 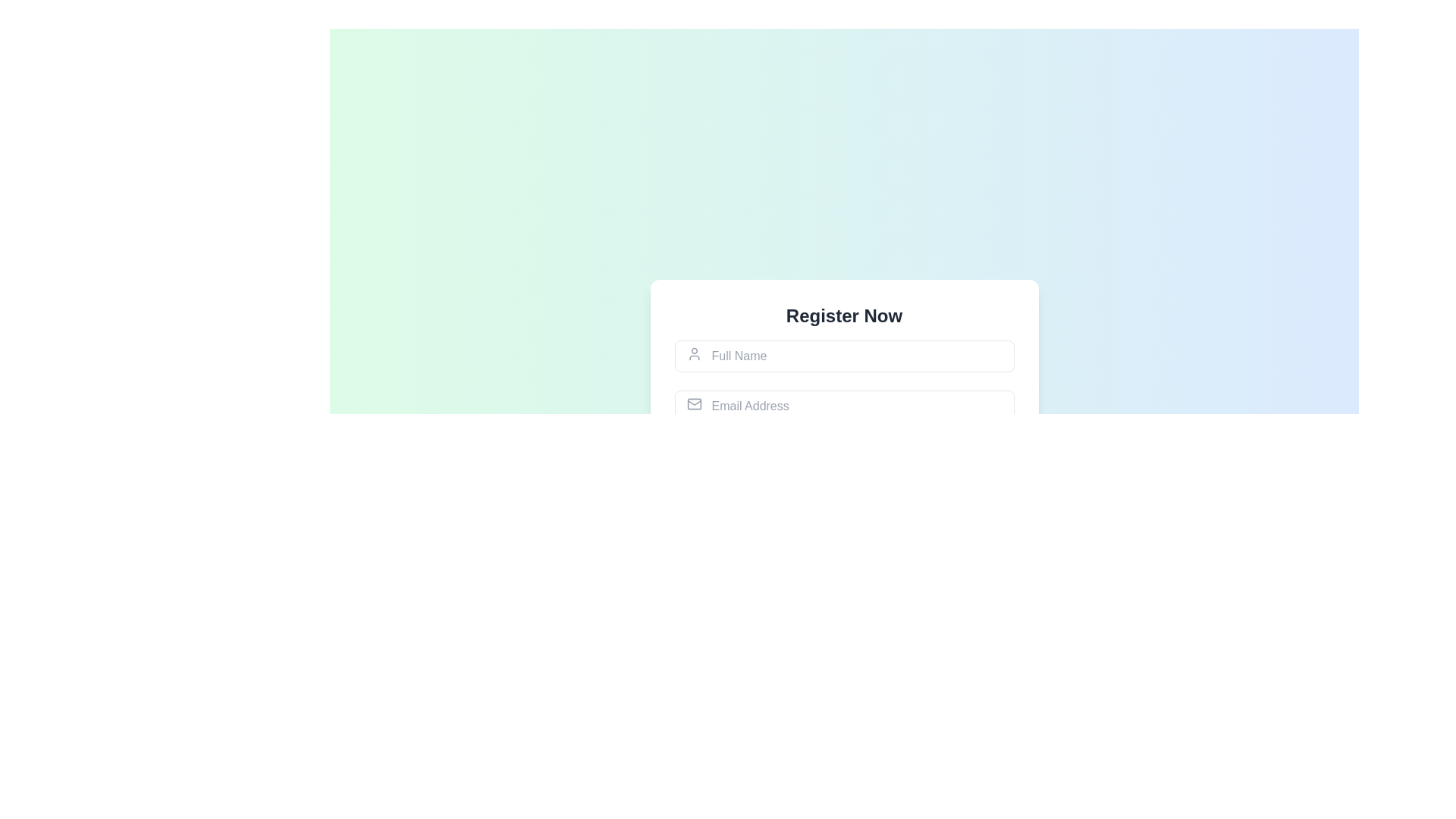 I want to click on the user silhouette icon, which is gray and stylized, located within the 'Register Now' panel to the left of the 'Full Name' input field, so click(x=693, y=353).